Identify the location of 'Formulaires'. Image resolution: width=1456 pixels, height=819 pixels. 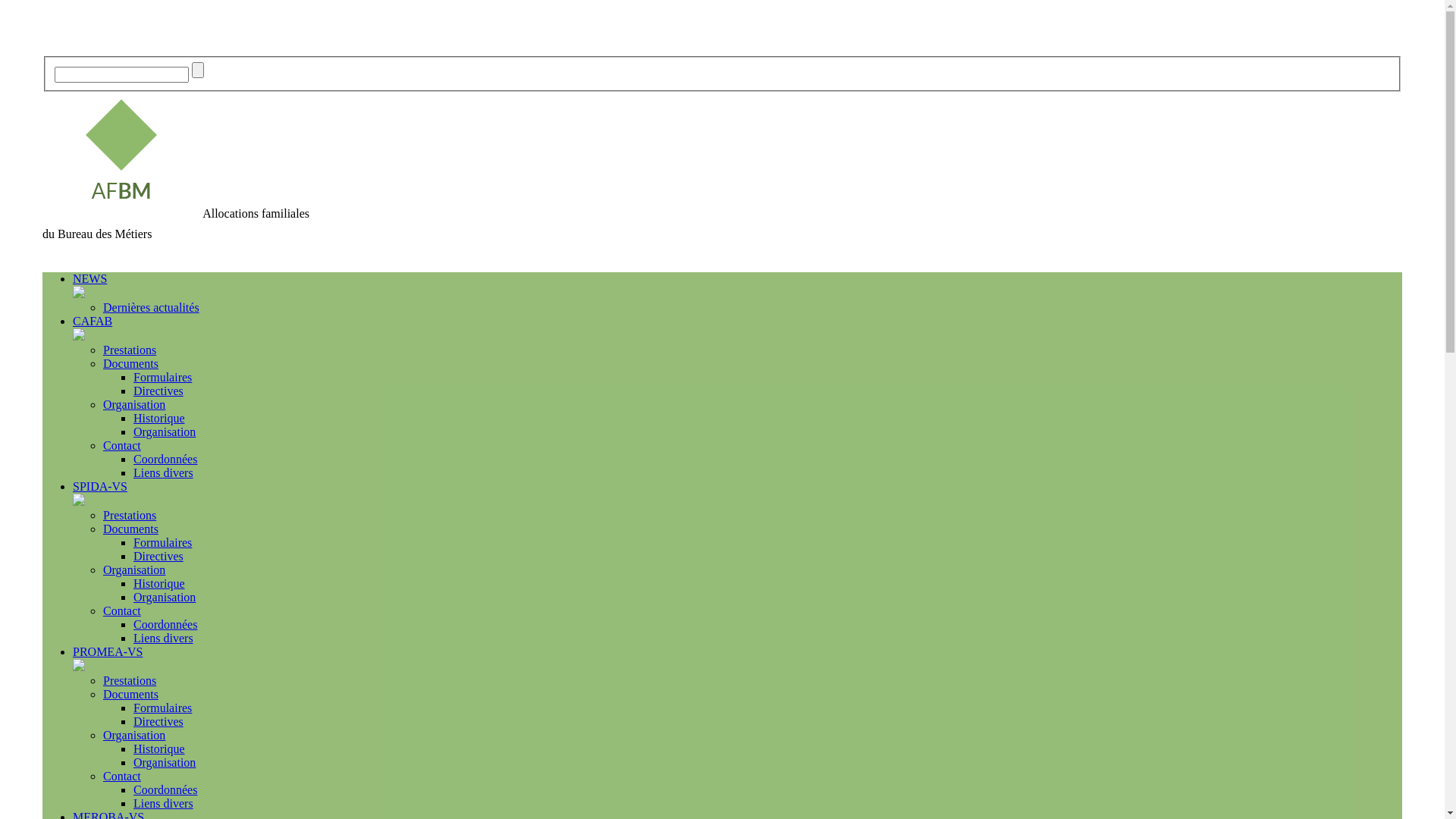
(162, 376).